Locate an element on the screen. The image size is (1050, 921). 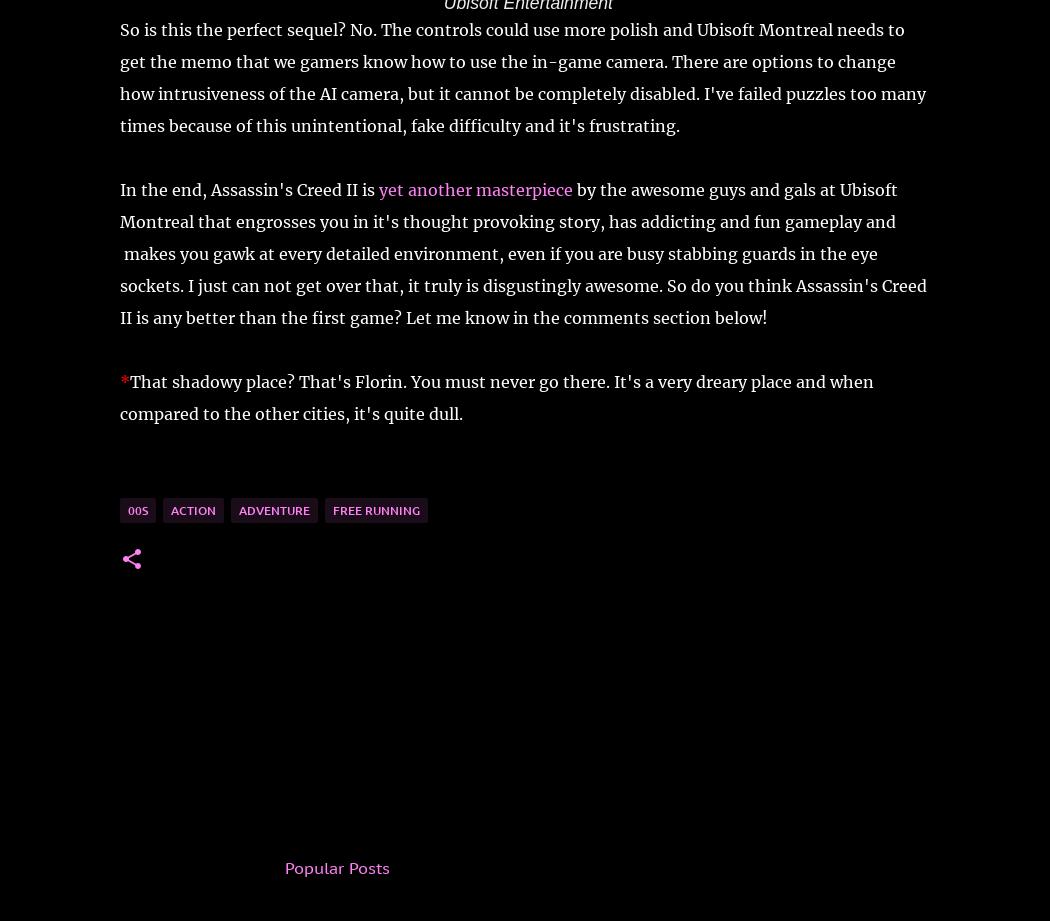
'Popular Posts' is located at coordinates (283, 866).